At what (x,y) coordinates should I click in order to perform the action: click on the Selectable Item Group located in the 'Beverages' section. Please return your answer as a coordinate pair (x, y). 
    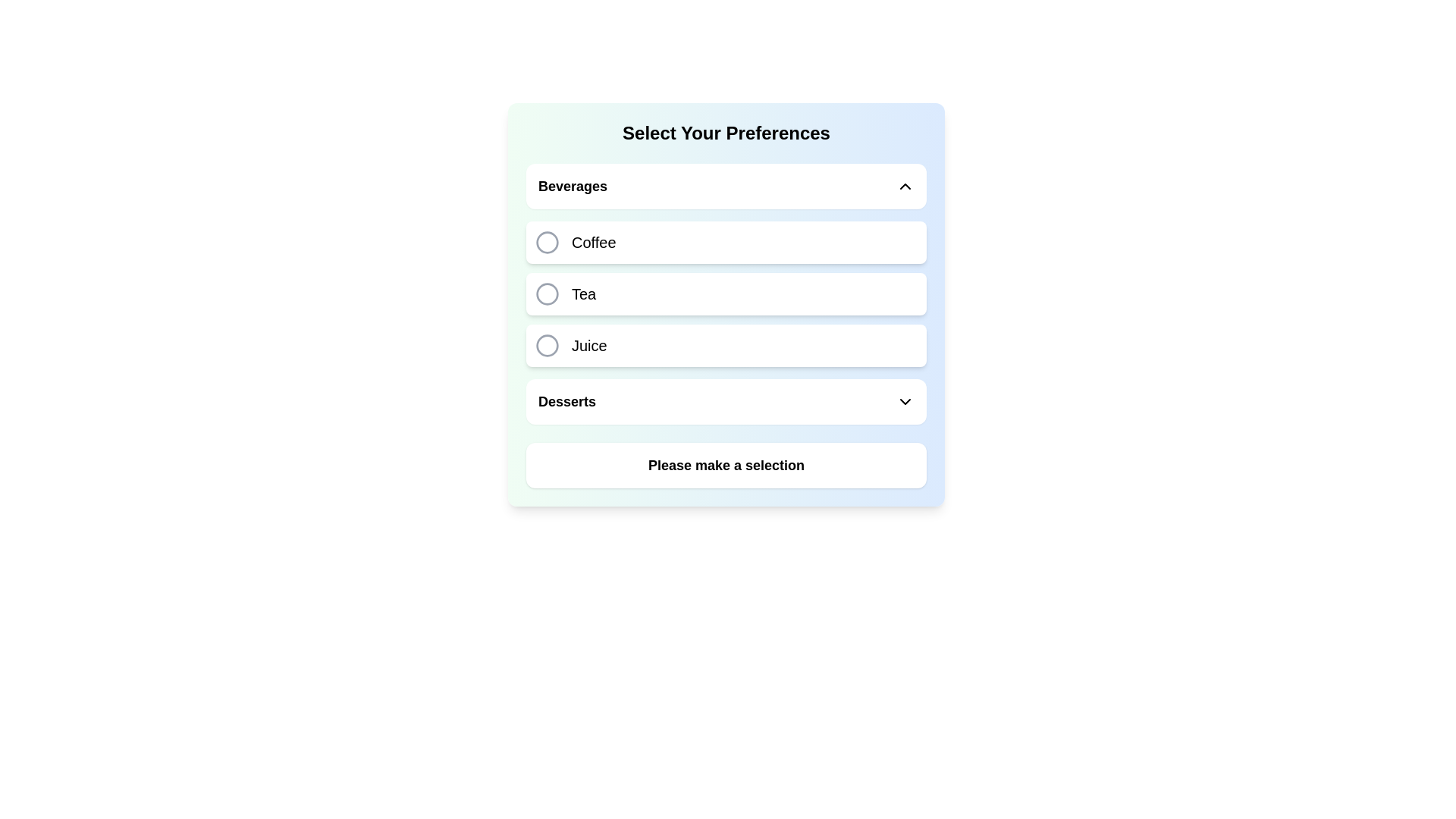
    Looking at the image, I should click on (726, 265).